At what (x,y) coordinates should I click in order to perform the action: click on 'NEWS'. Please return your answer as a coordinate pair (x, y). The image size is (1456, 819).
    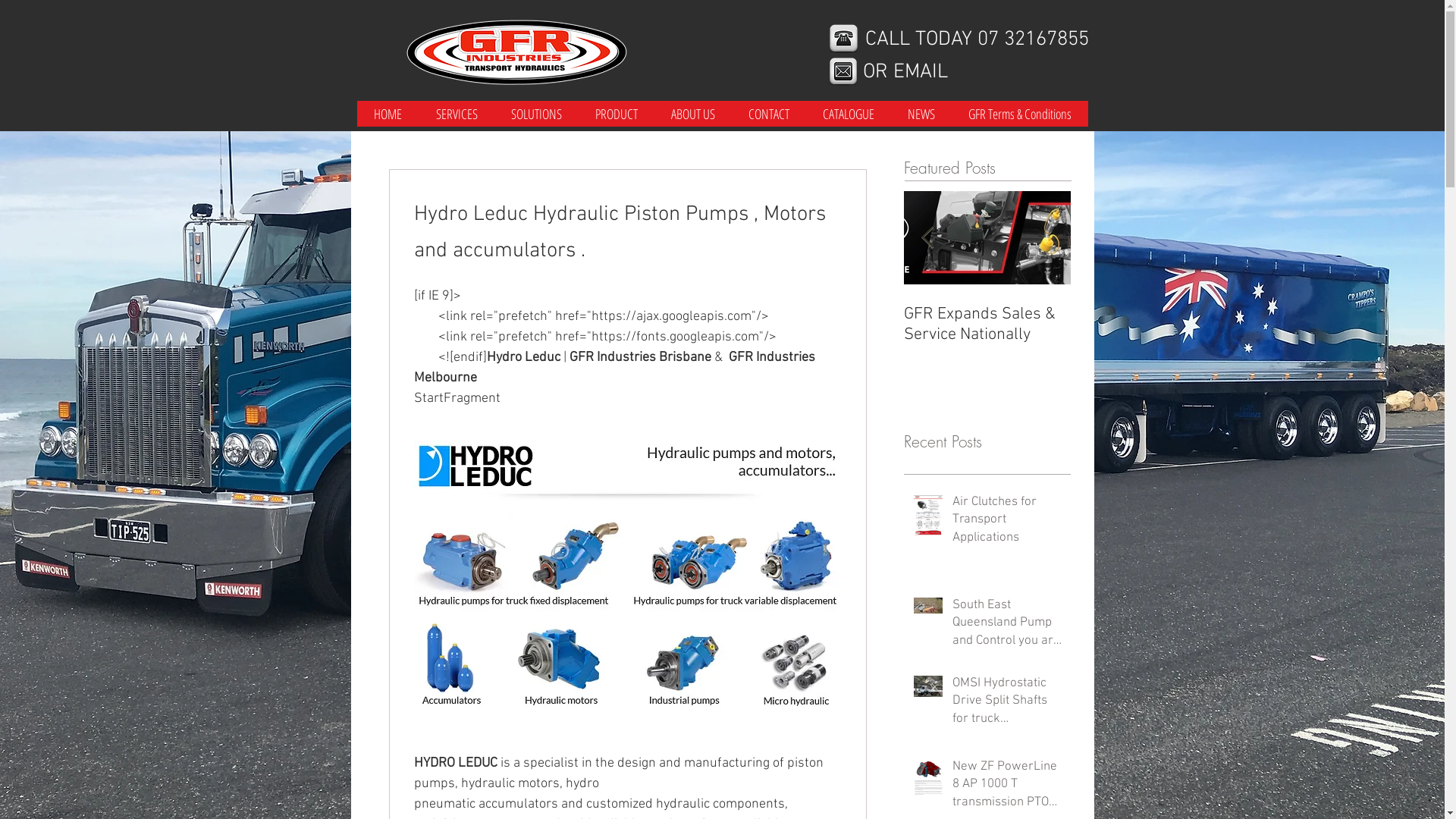
    Looking at the image, I should click on (920, 113).